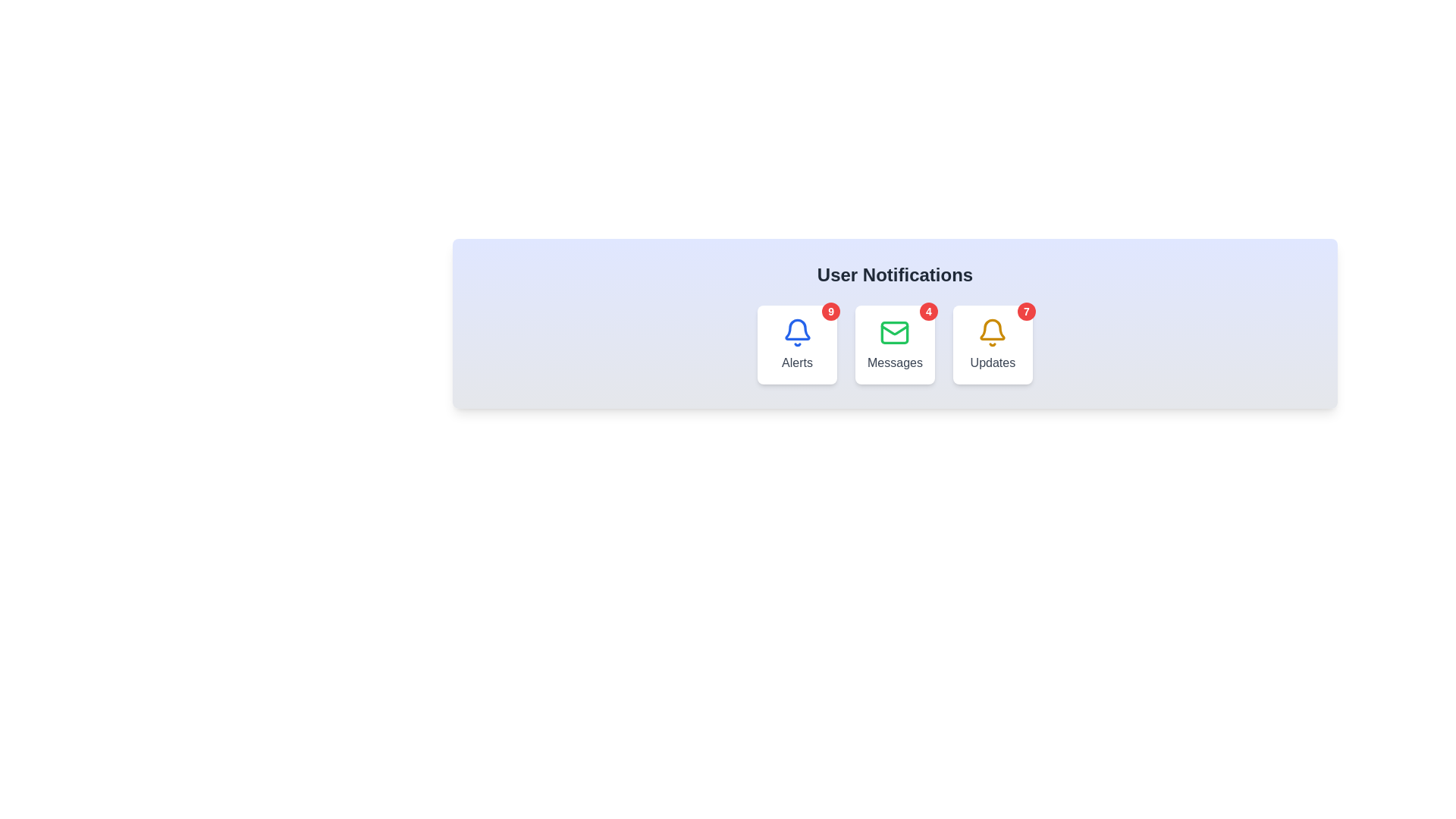 This screenshot has height=819, width=1456. I want to click on the green rectangular shape with rounded corners, which is centered within the envelope icon in the 'Messages' notification card located between 'Alerts' and 'Updates', so click(895, 332).